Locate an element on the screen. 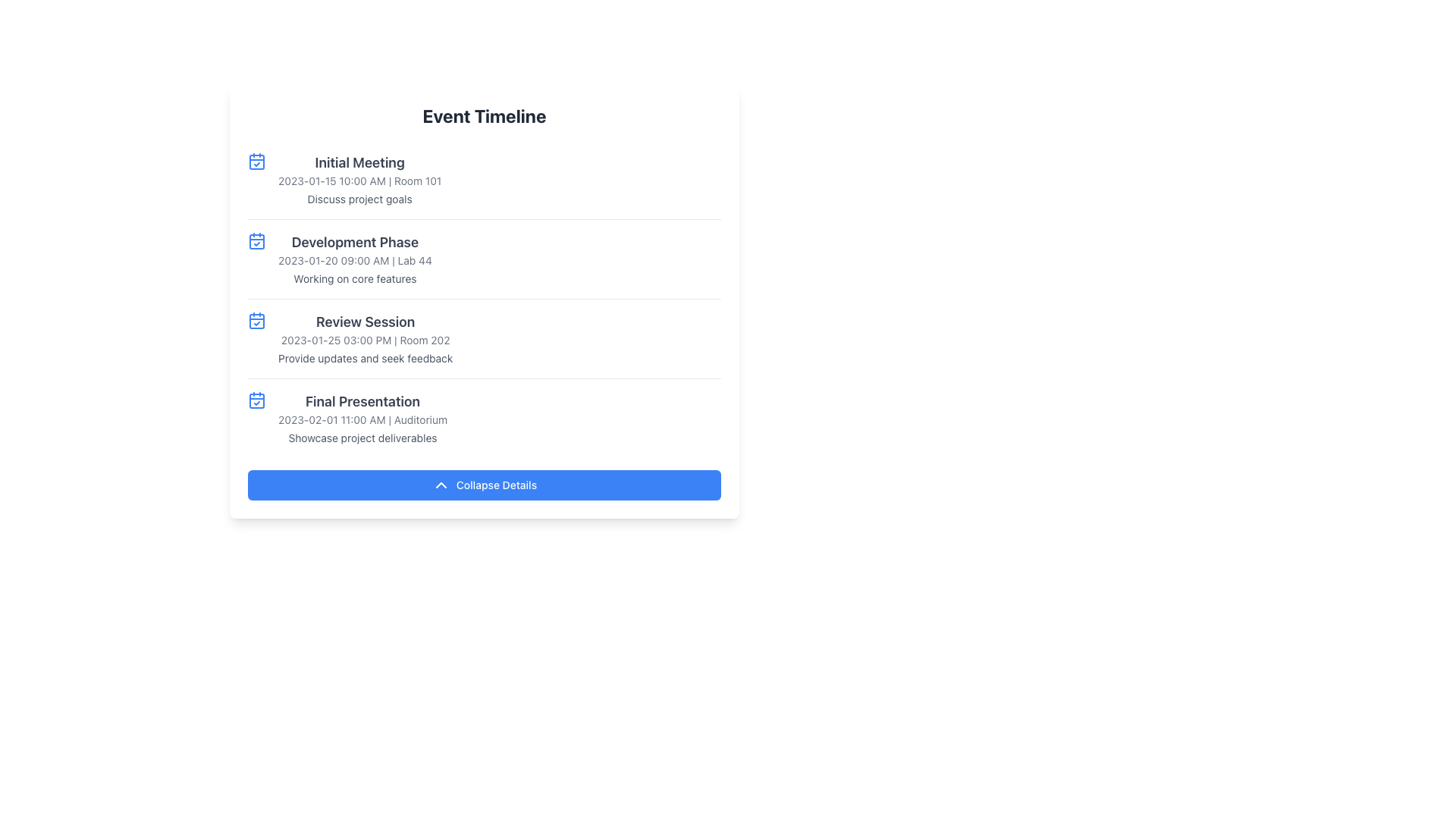 The width and height of the screenshot is (1456, 819). the first Text Block in the 'Event Timeline' section that provides a summary of an event, including its title, scheduled time, venue, and a brief description is located at coordinates (359, 178).